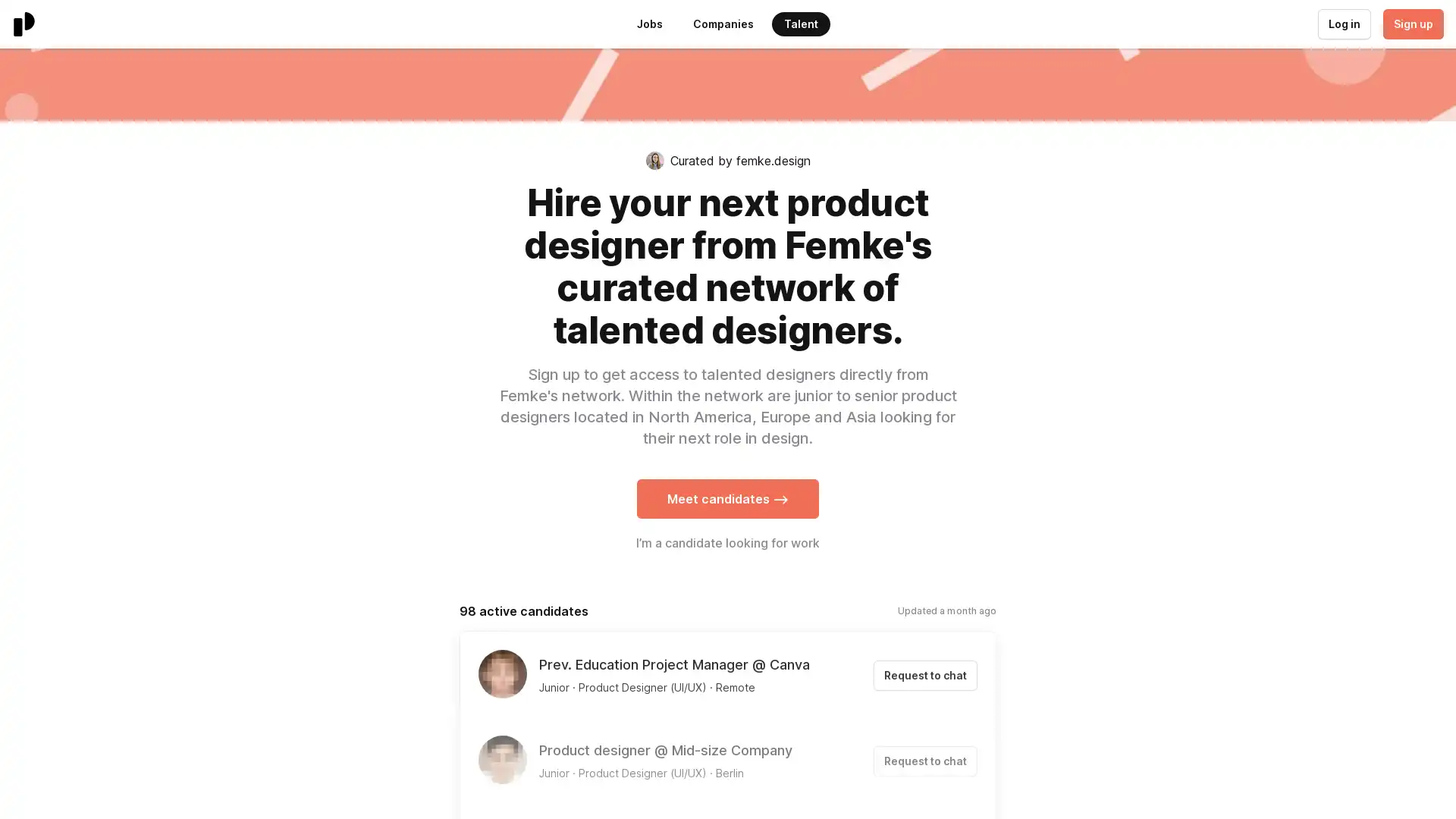 The width and height of the screenshot is (1456, 819). Describe the element at coordinates (1343, 24) in the screenshot. I see `Log in` at that location.